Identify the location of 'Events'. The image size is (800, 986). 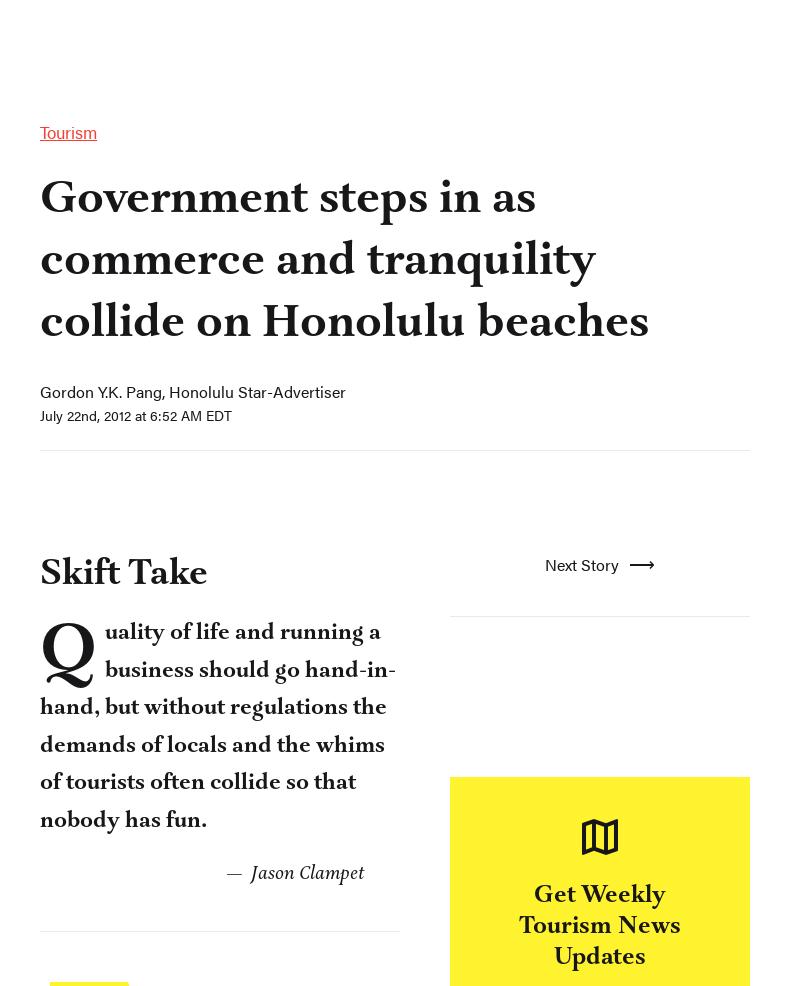
(241, 34).